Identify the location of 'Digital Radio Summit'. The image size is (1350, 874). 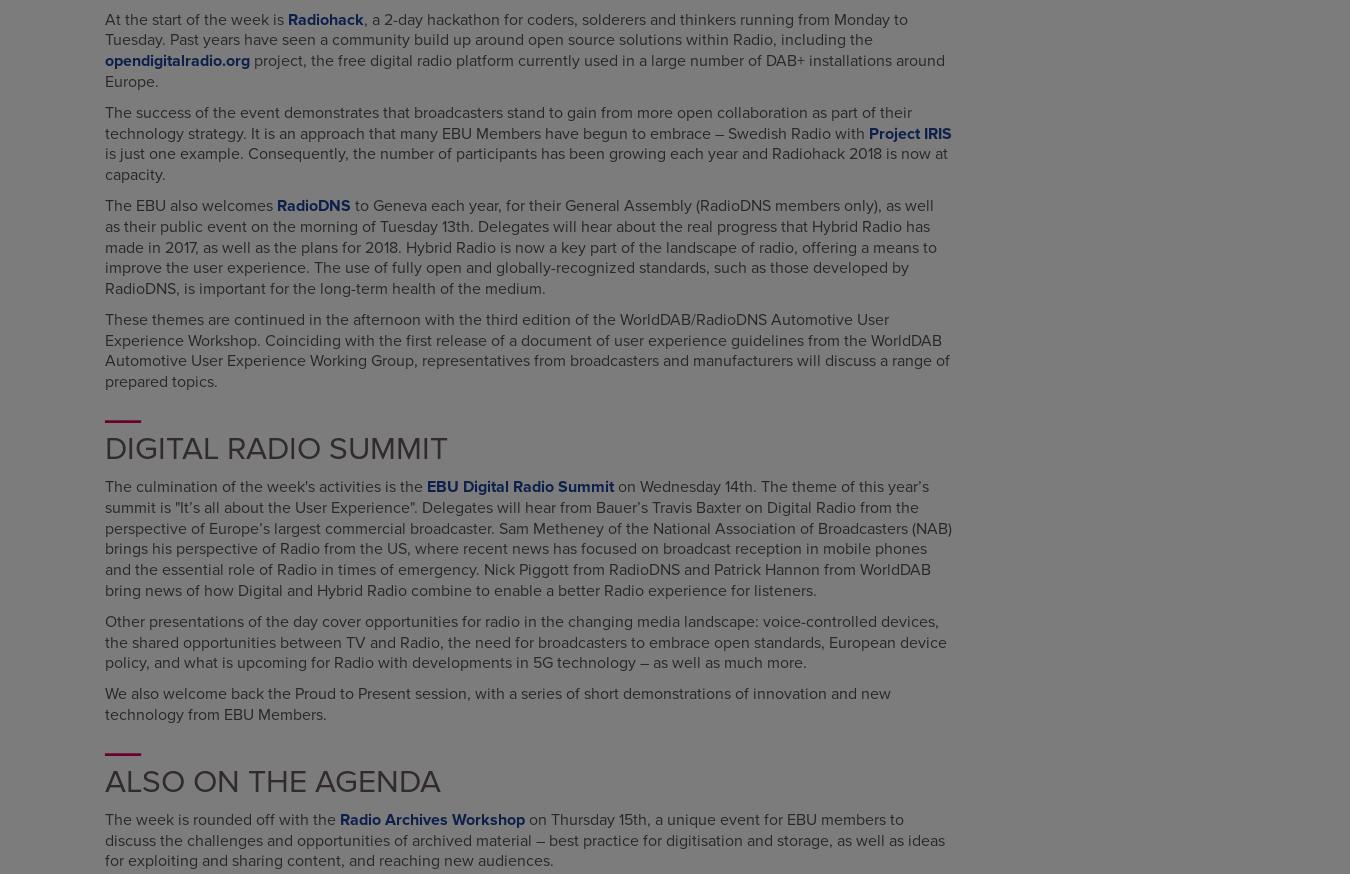
(275, 447).